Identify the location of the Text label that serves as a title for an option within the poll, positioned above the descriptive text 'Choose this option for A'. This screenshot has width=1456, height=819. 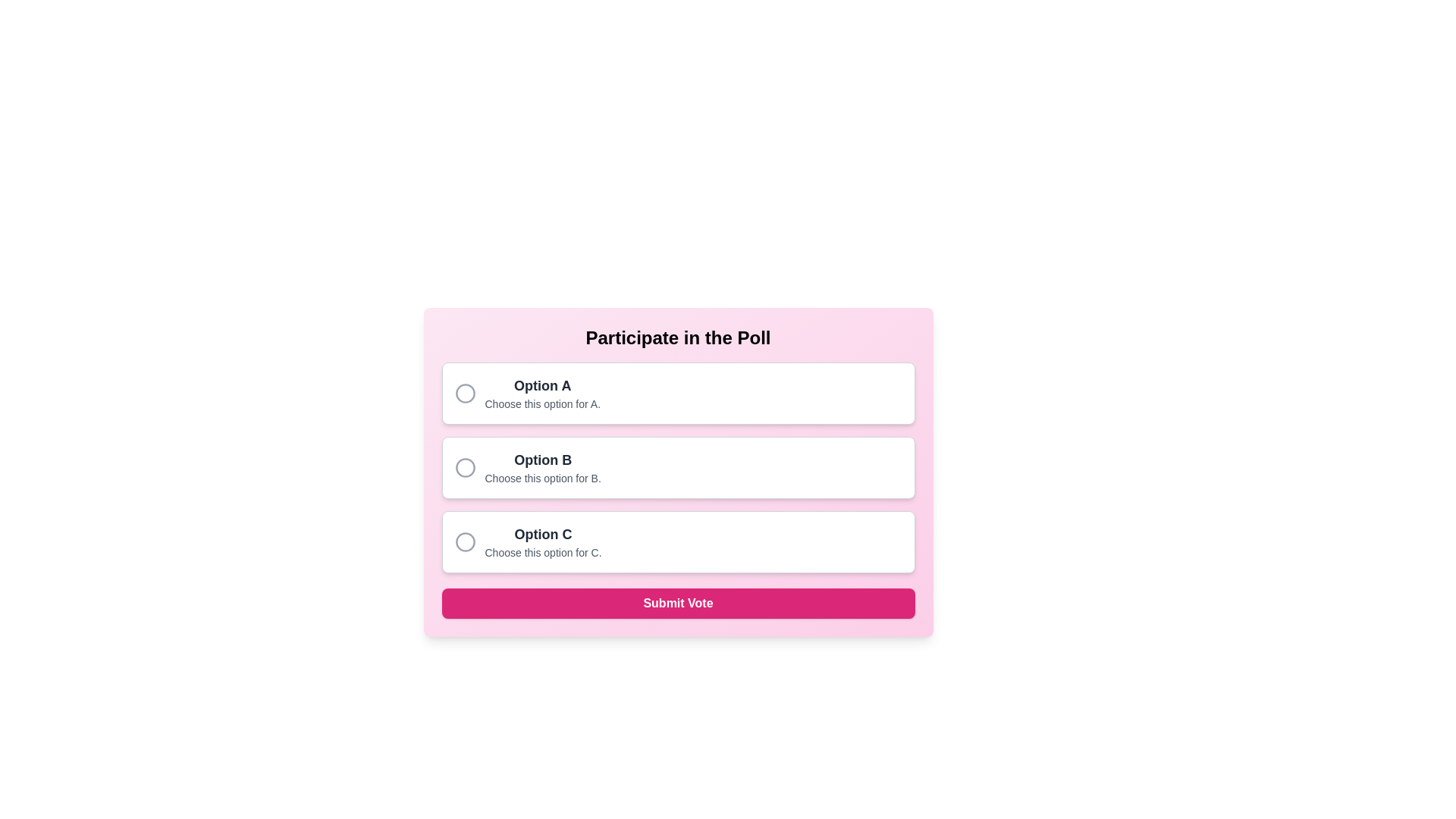
(542, 385).